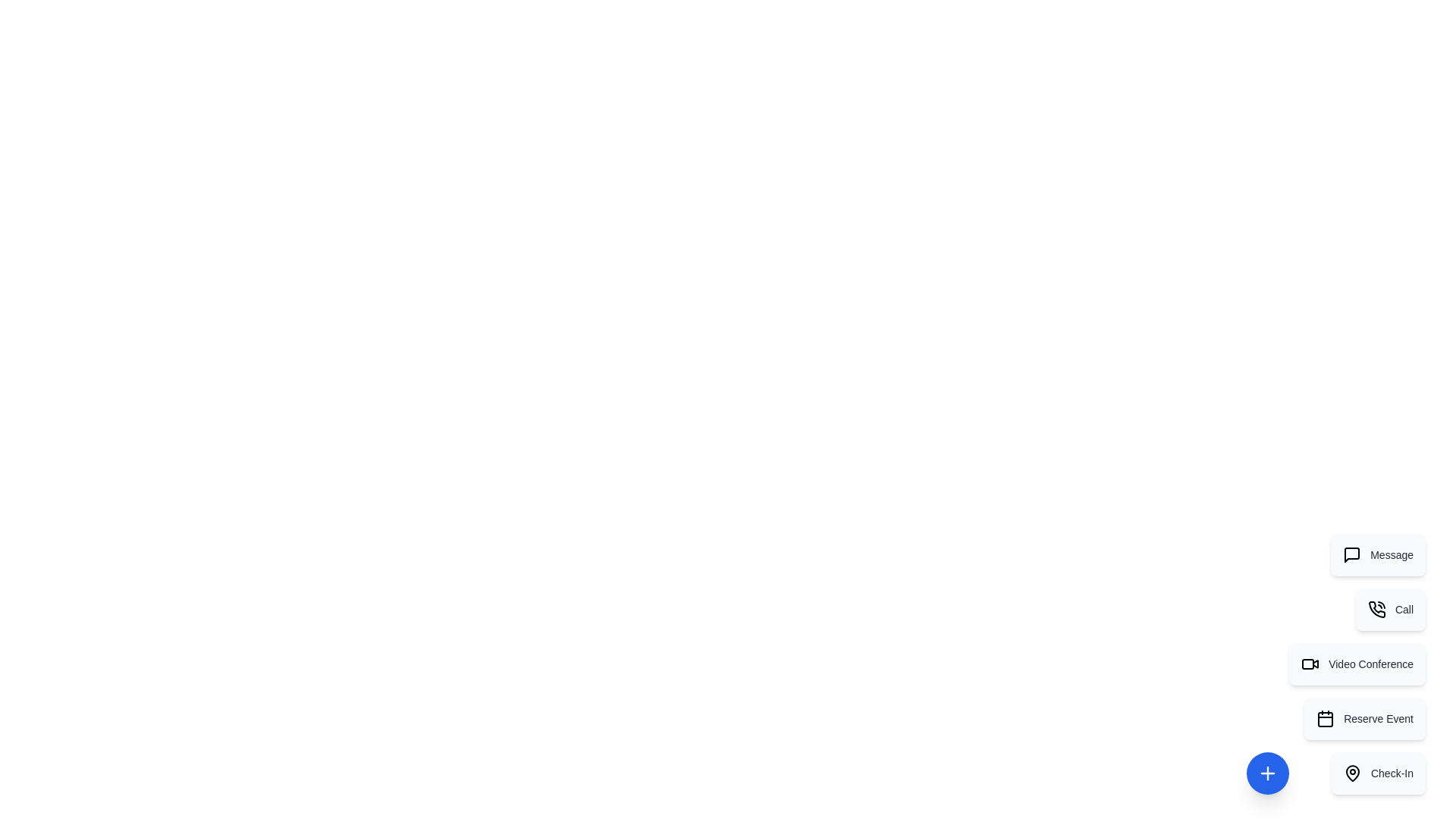 This screenshot has width=1456, height=819. What do you see at coordinates (1390, 608) in the screenshot?
I see `the action item Call from the menu` at bounding box center [1390, 608].